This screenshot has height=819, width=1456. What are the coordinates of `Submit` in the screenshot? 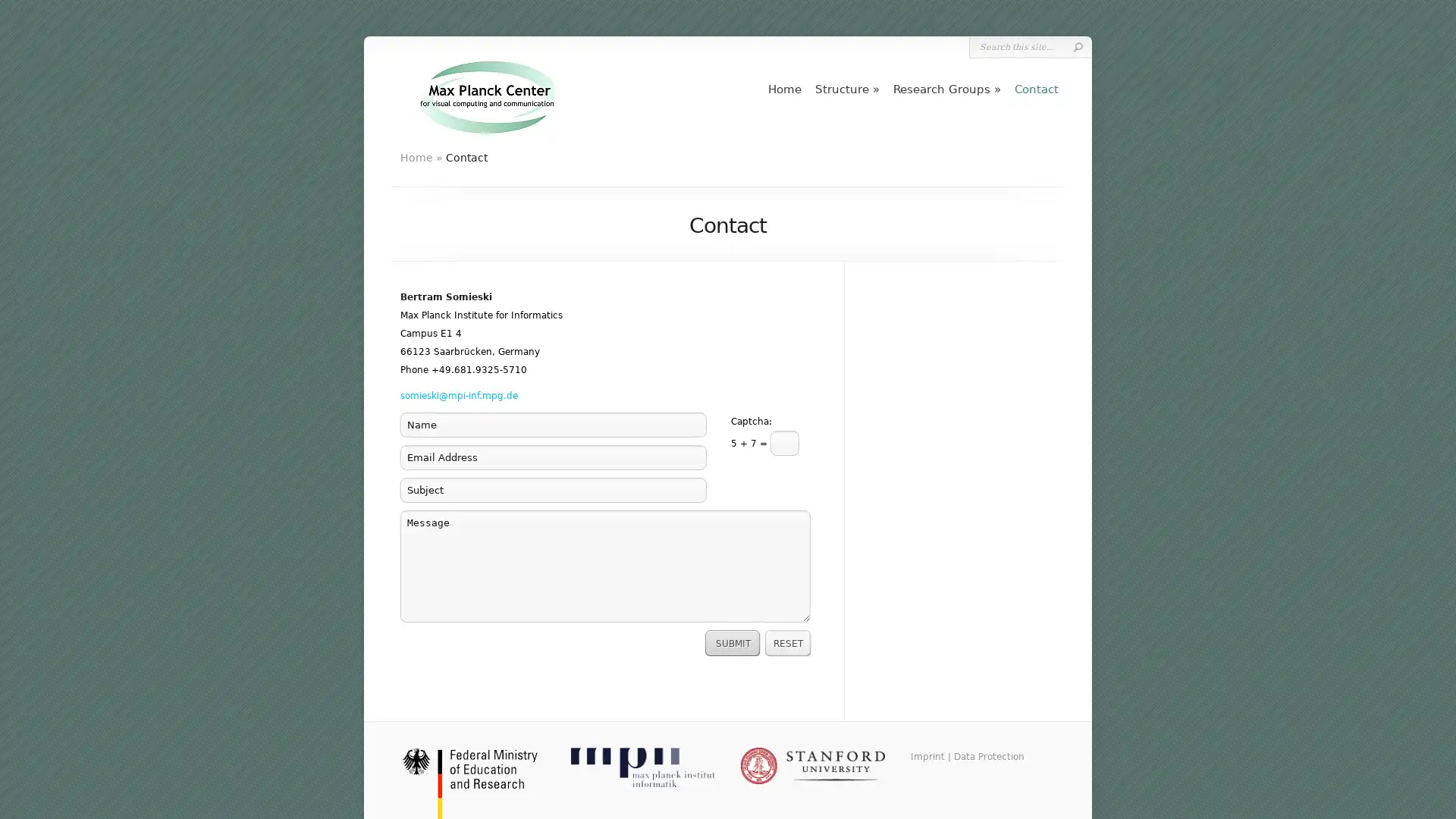 It's located at (733, 643).